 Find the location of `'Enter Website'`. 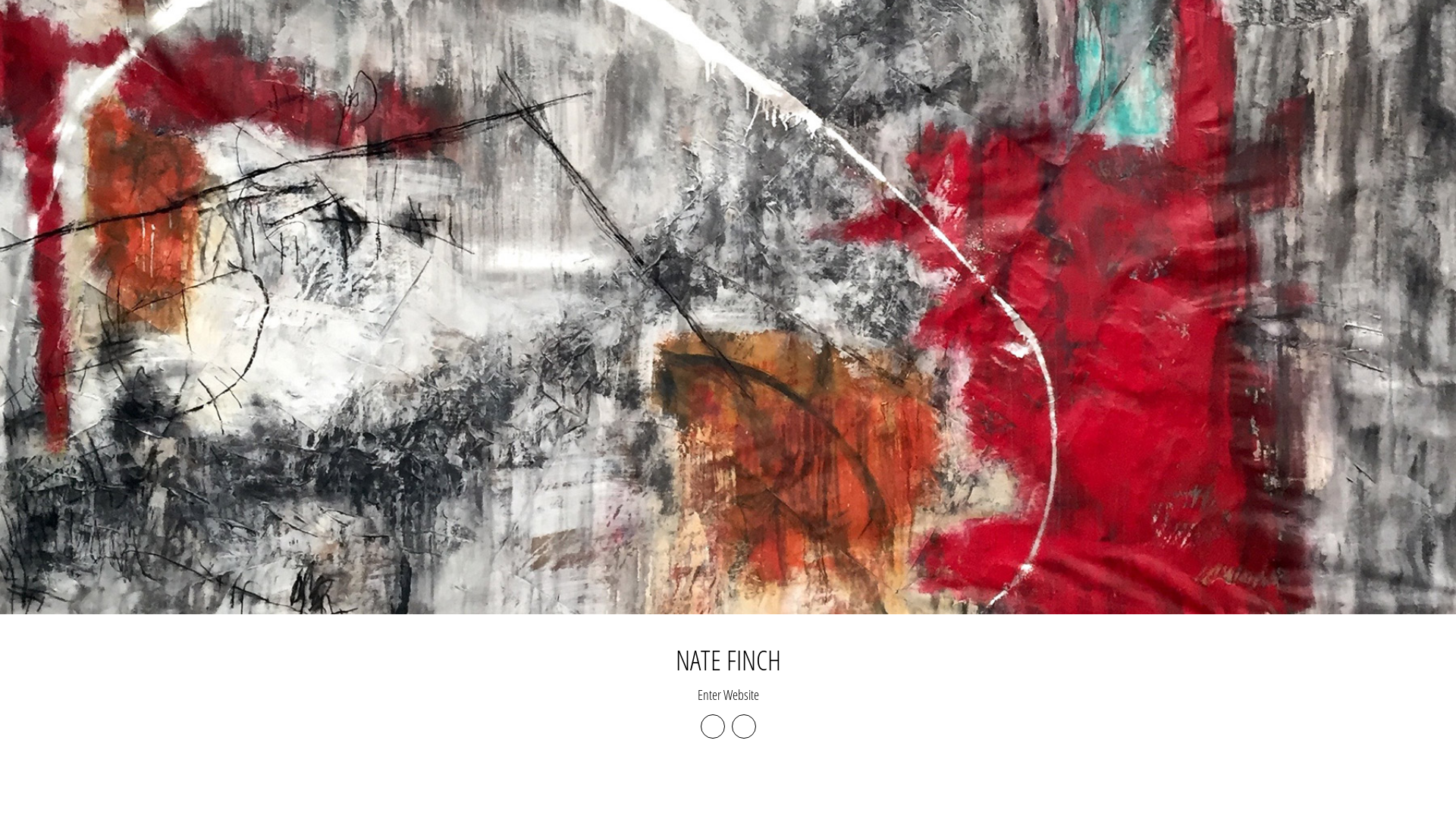

'Enter Website' is located at coordinates (728, 695).